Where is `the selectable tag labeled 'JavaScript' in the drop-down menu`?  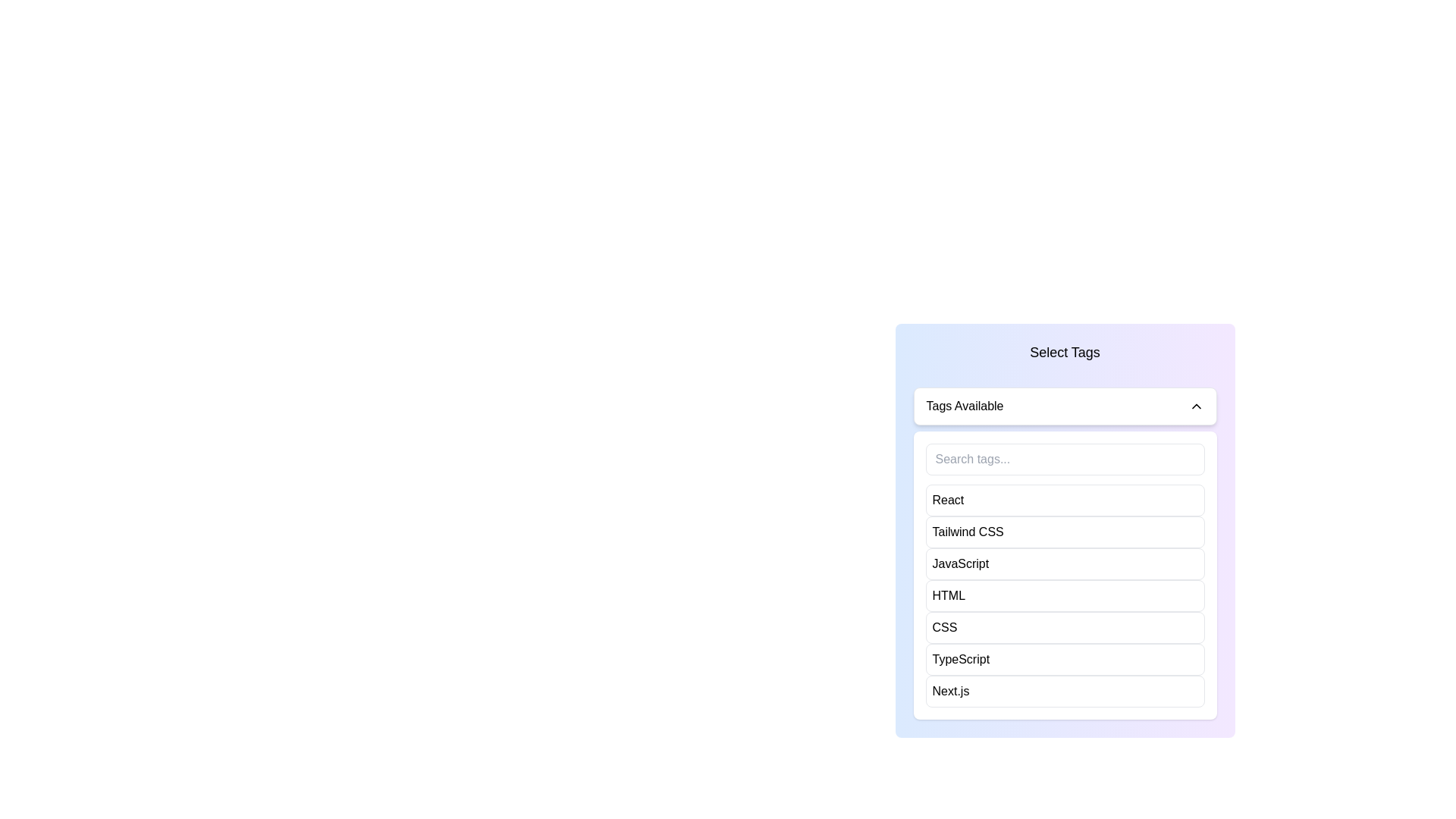 the selectable tag labeled 'JavaScript' in the drop-down menu is located at coordinates (1064, 564).